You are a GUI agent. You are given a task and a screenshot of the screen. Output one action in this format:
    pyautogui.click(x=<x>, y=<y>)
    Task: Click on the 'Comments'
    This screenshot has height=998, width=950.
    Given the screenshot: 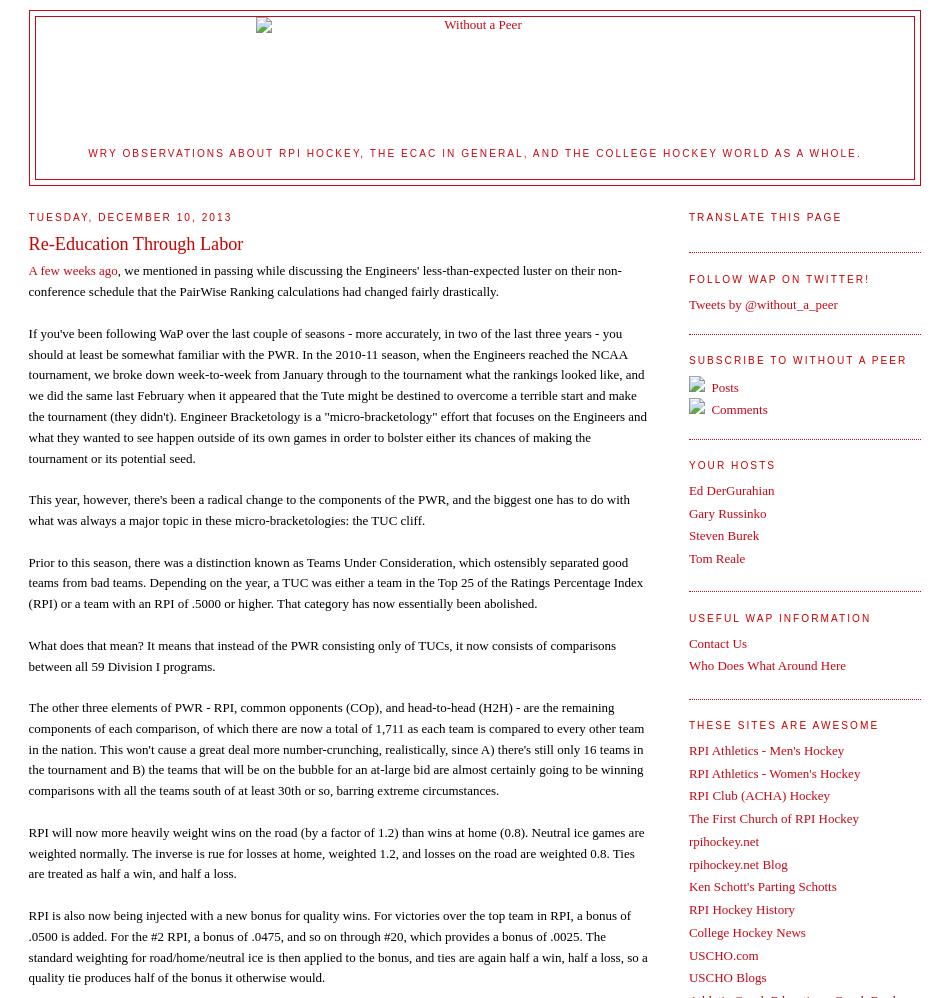 What is the action you would take?
    pyautogui.click(x=736, y=408)
    